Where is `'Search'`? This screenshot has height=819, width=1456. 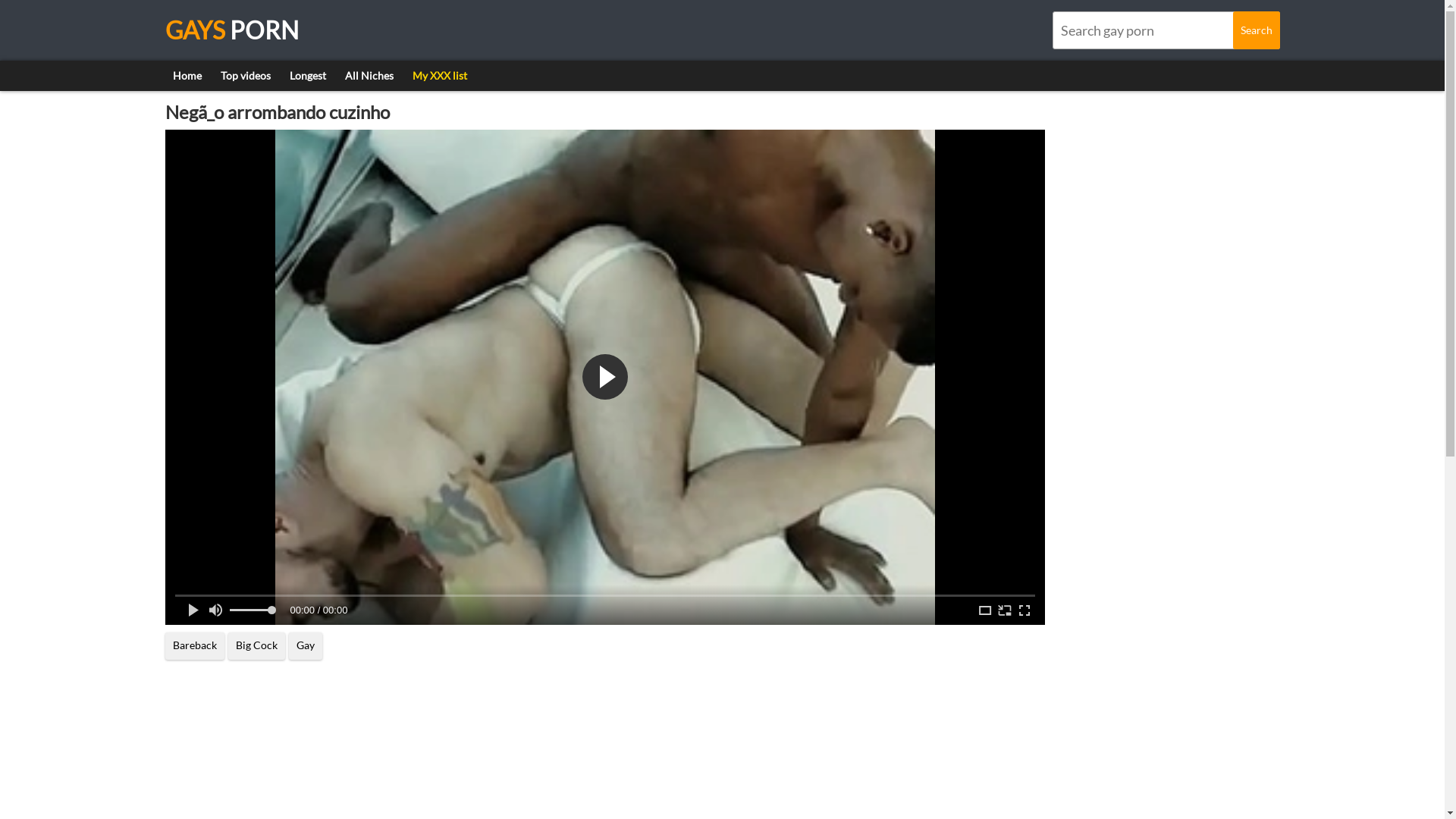
'Search' is located at coordinates (1256, 30).